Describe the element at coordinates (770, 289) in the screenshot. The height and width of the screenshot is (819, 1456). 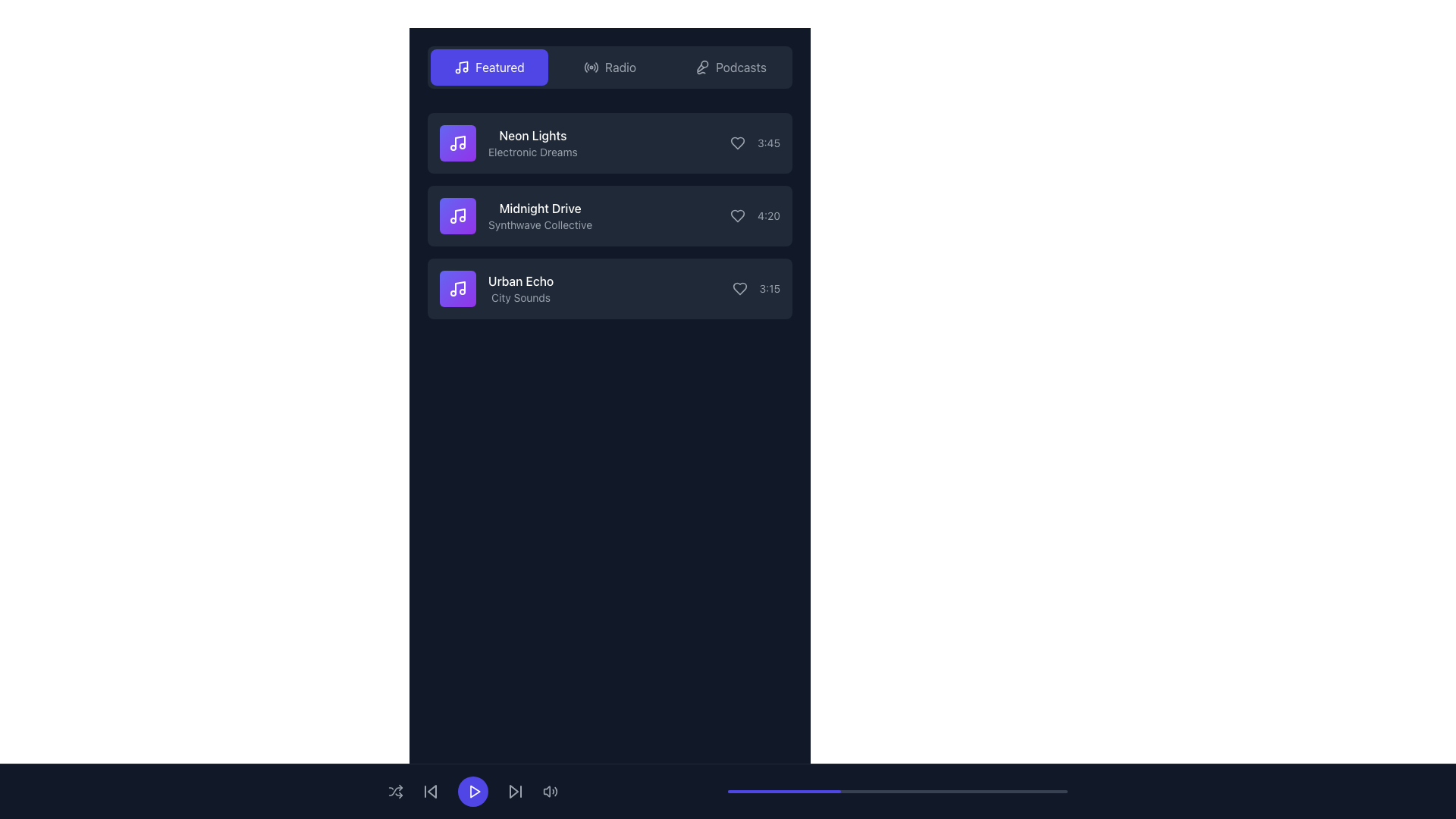
I see `the text display showing the time '3:15', which is part of the music library UI for the track 'Urban Echo', positioned in the top-right corner of the item row` at that location.